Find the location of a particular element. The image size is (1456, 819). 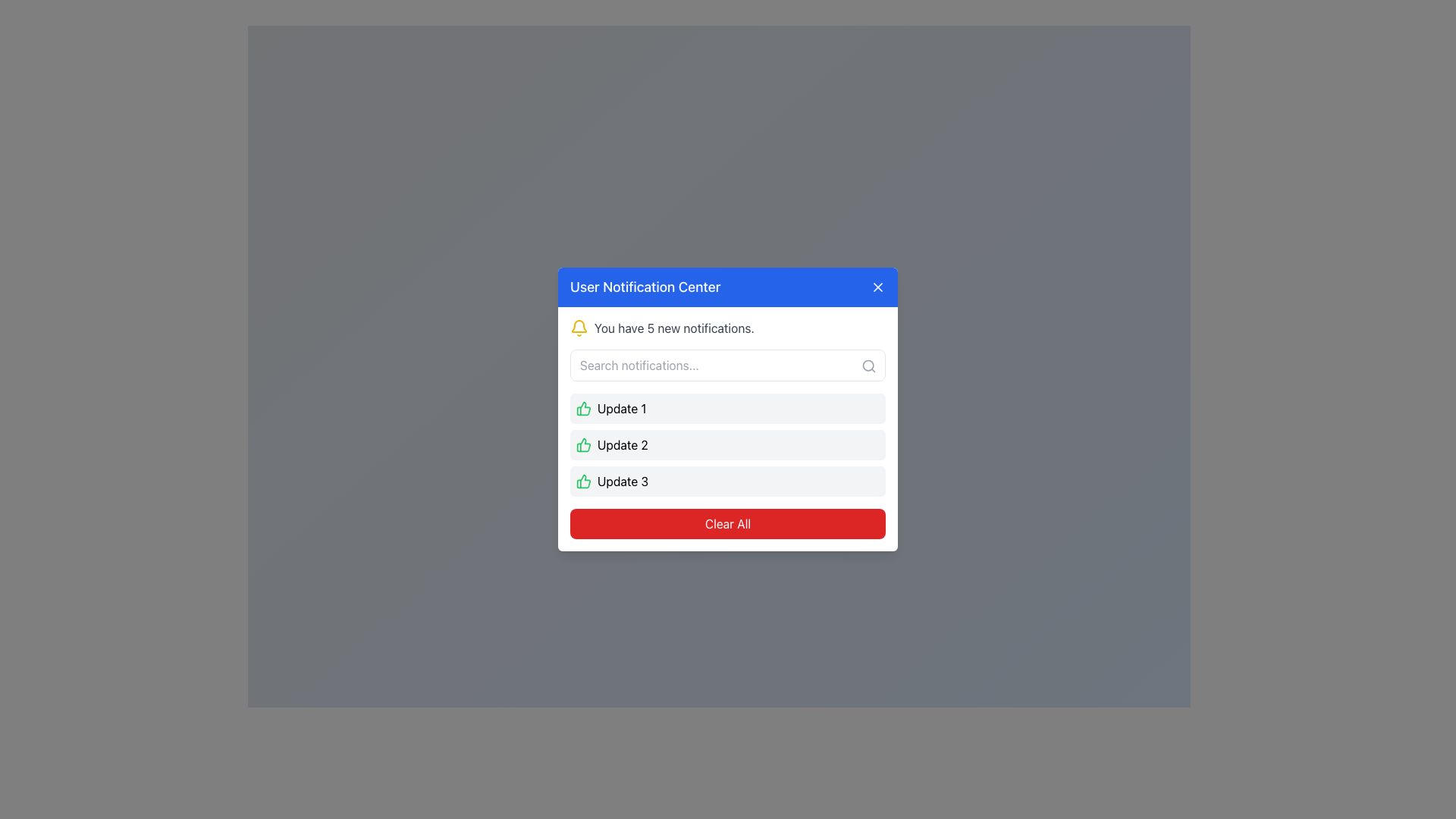

the green thumbs-up icon that symbolizes the 'like' gesture, located to the left of the text 'Update 3' in the third notification item of the 'User Notification Center' dialog box is located at coordinates (582, 482).